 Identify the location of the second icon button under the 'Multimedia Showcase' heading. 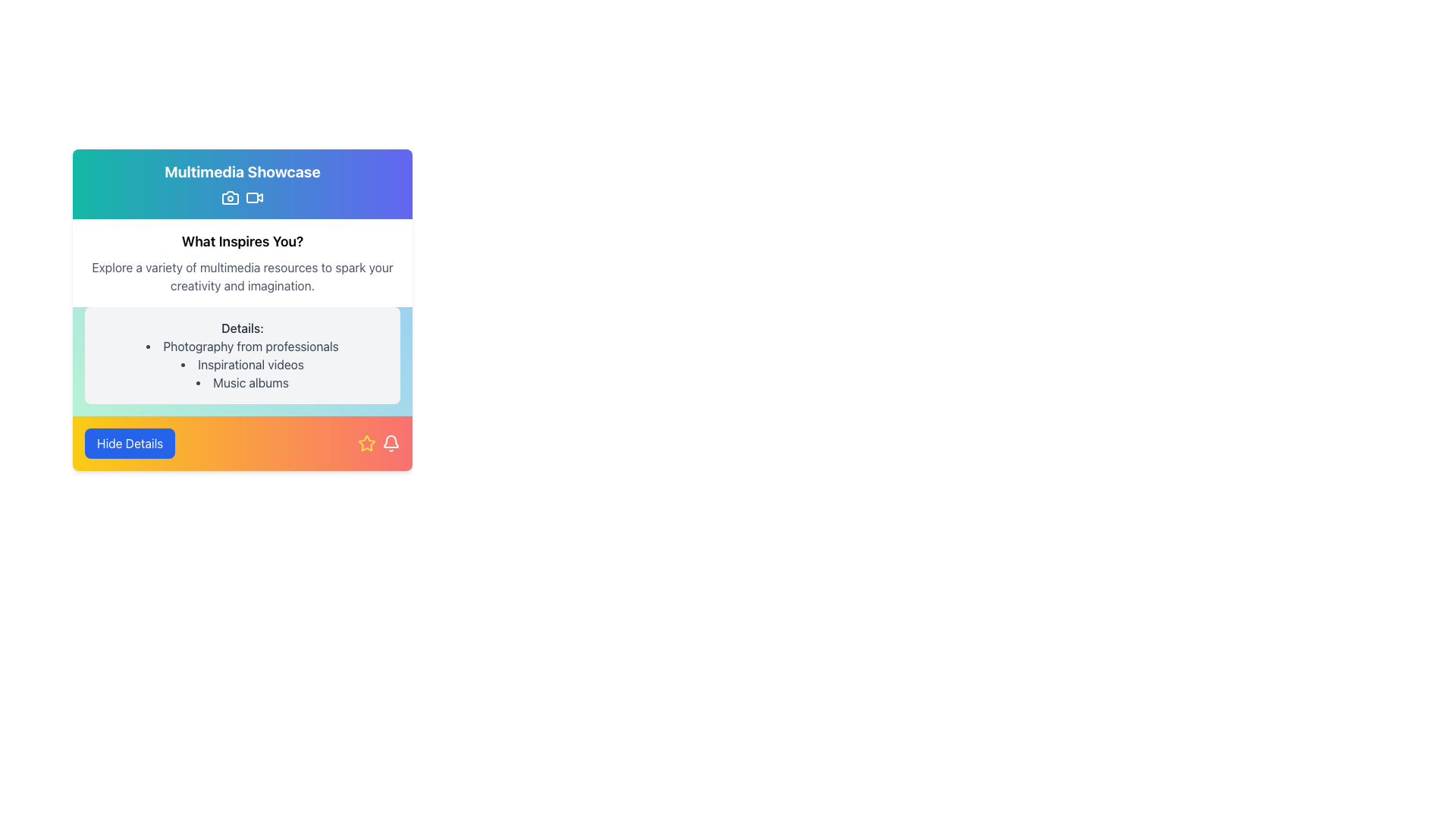
(255, 197).